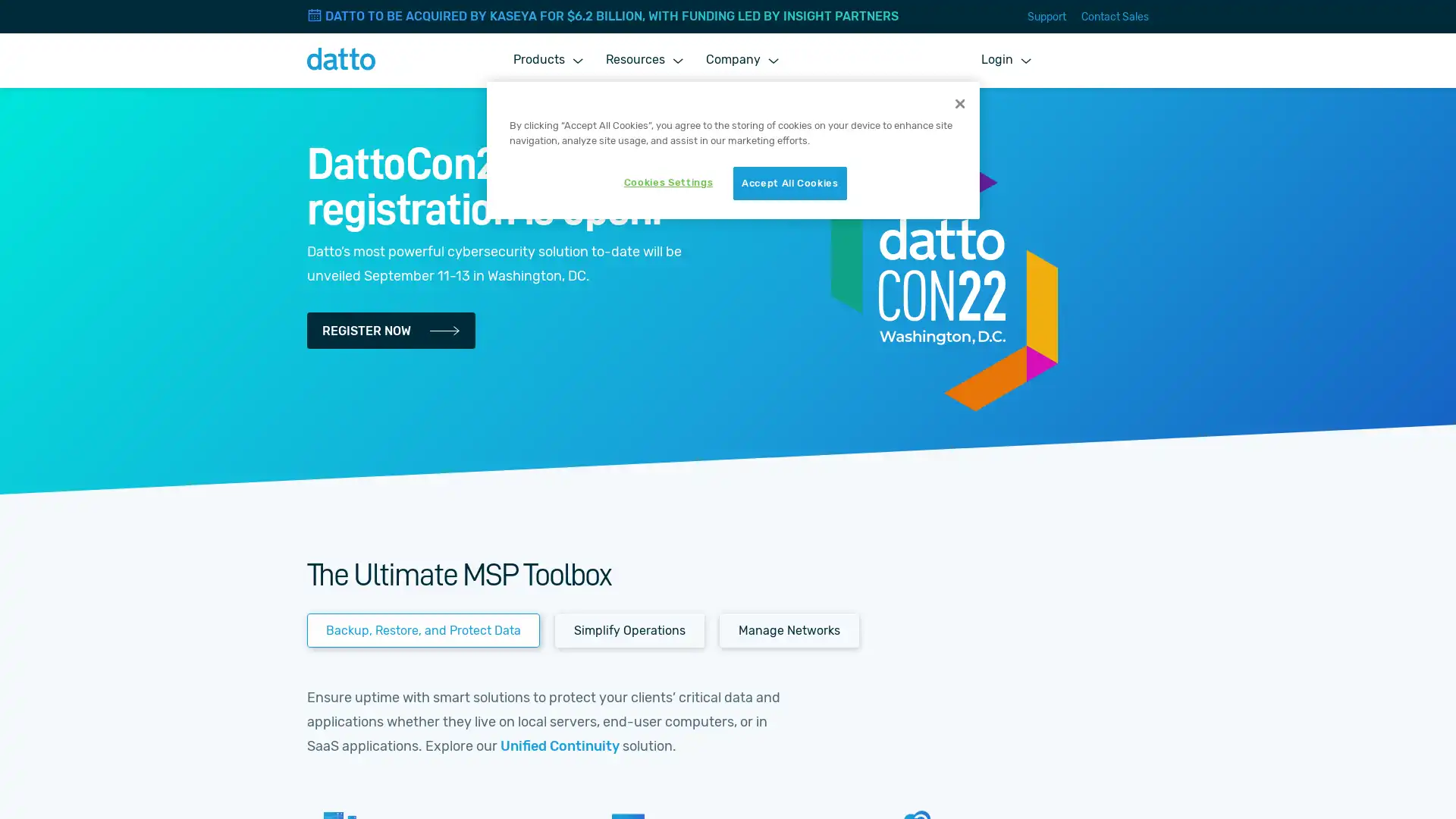  Describe the element at coordinates (630, 58) in the screenshot. I see `Resources` at that location.